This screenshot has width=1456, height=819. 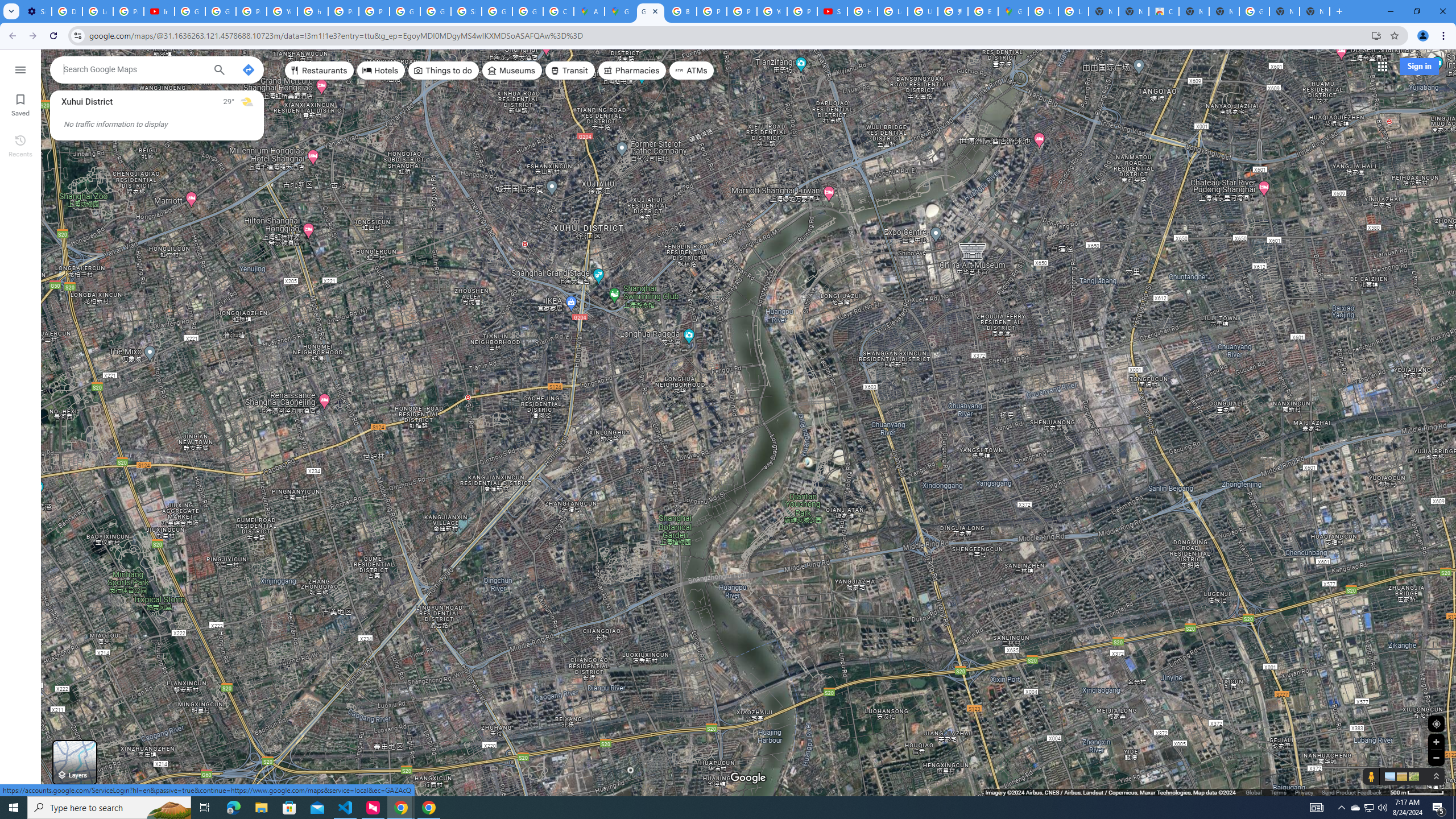 What do you see at coordinates (97, 11) in the screenshot?
I see `'Learn how to find your photos - Google Photos Help'` at bounding box center [97, 11].